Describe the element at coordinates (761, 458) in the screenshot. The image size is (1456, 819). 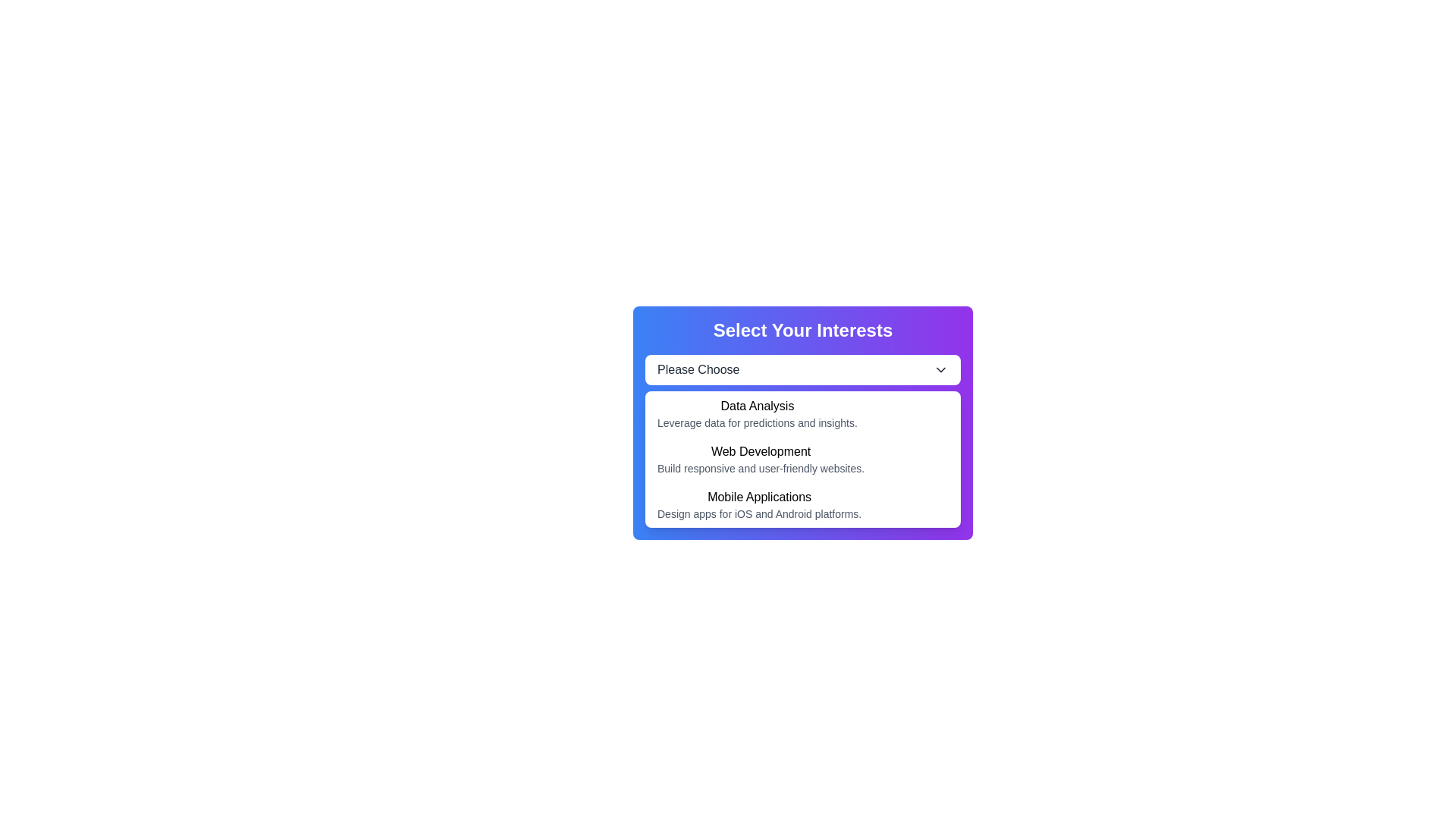
I see `the 'Web Development' text label under the 'Select Your Interests' heading` at that location.